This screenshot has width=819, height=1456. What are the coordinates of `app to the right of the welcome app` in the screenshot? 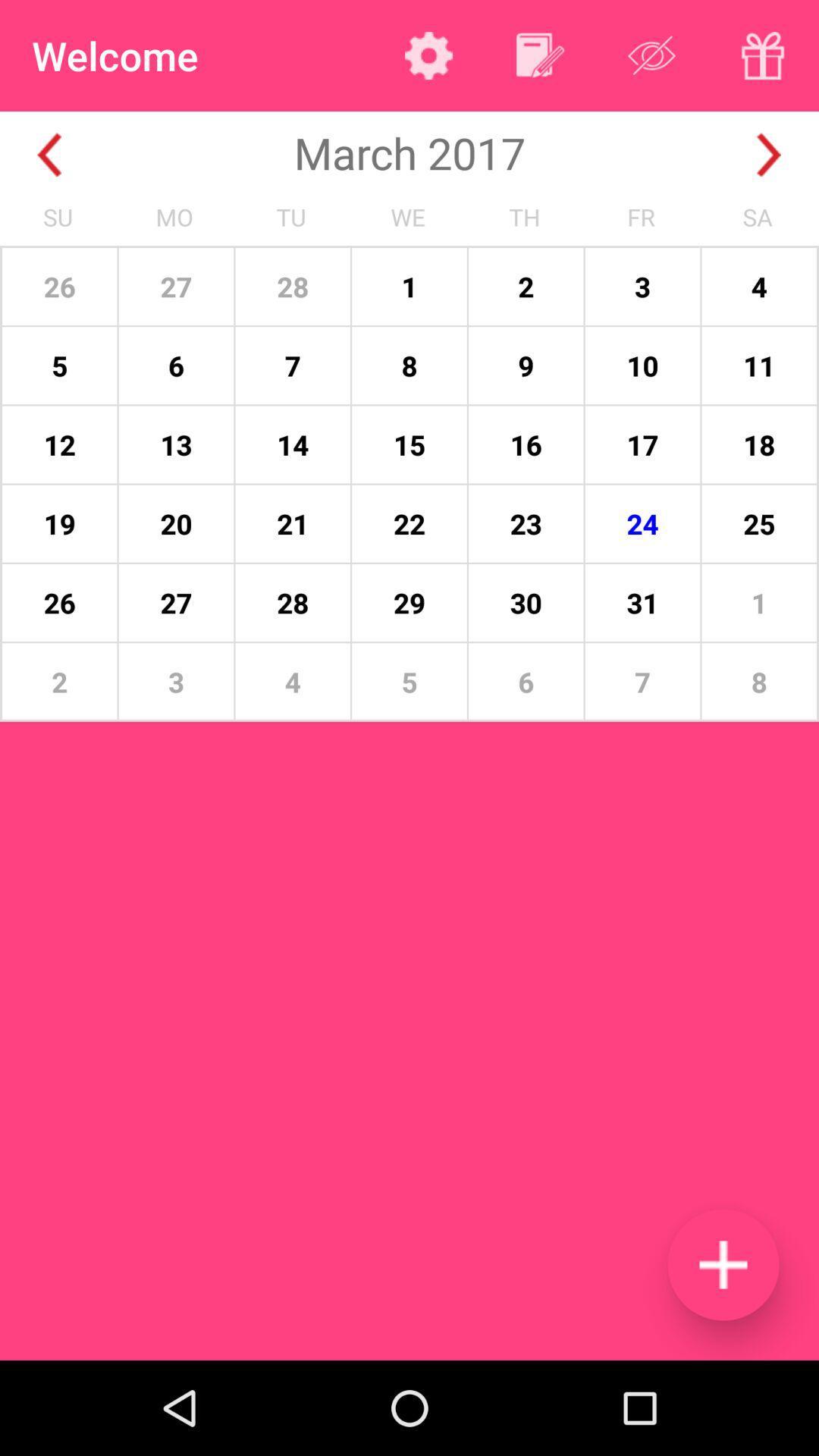 It's located at (428, 55).